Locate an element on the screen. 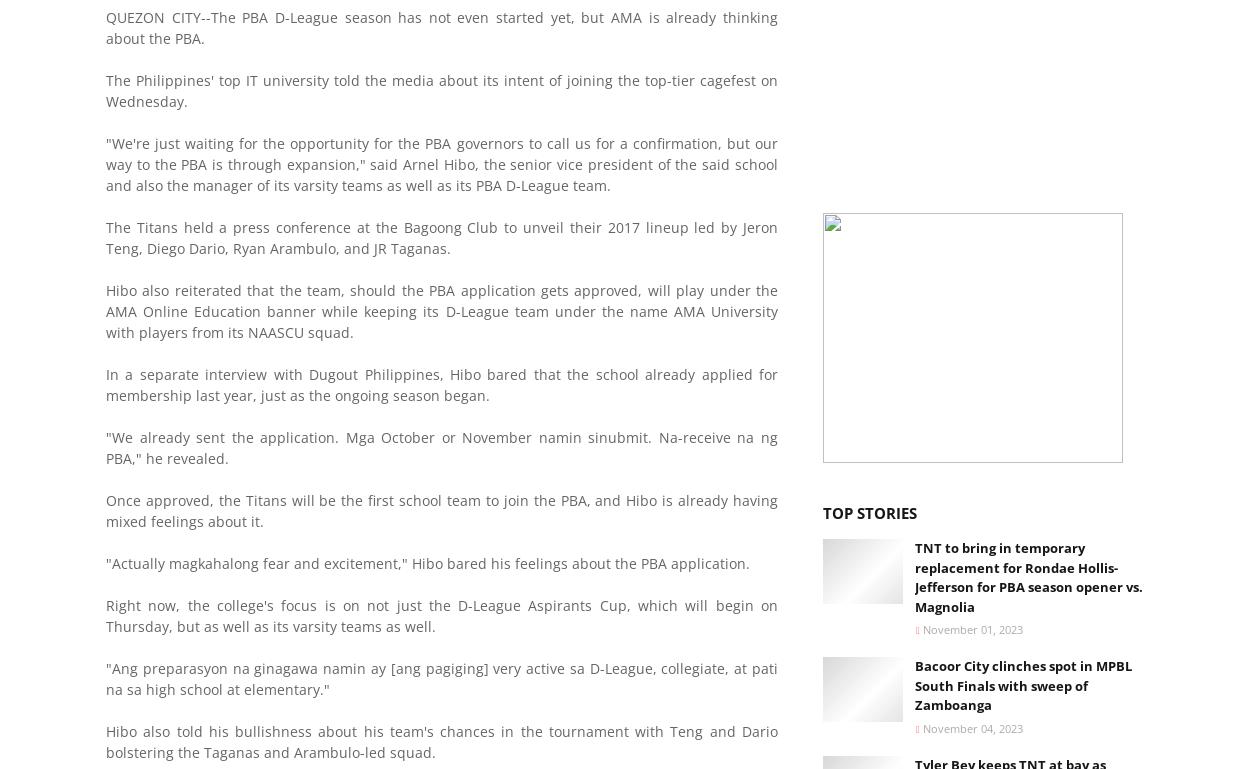 This screenshot has width=1250, height=769. 'Ang preparasyon na ginagawa namin ay' is located at coordinates (251, 666).